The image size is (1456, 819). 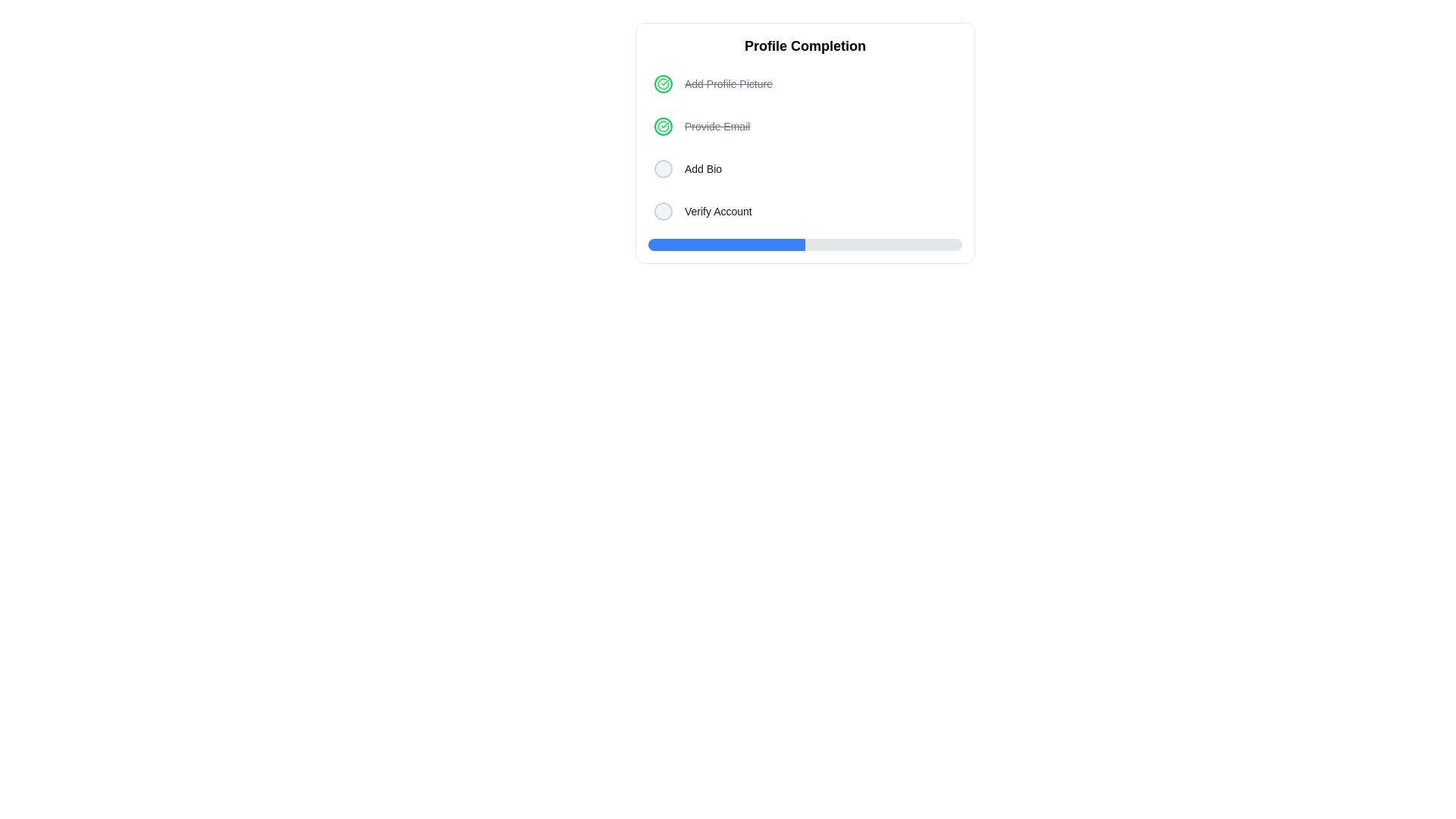 What do you see at coordinates (804, 45) in the screenshot?
I see `the 'Profile Completion' text label, which is prominently styled with bold and large font, serving as a header for the profile completion section` at bounding box center [804, 45].